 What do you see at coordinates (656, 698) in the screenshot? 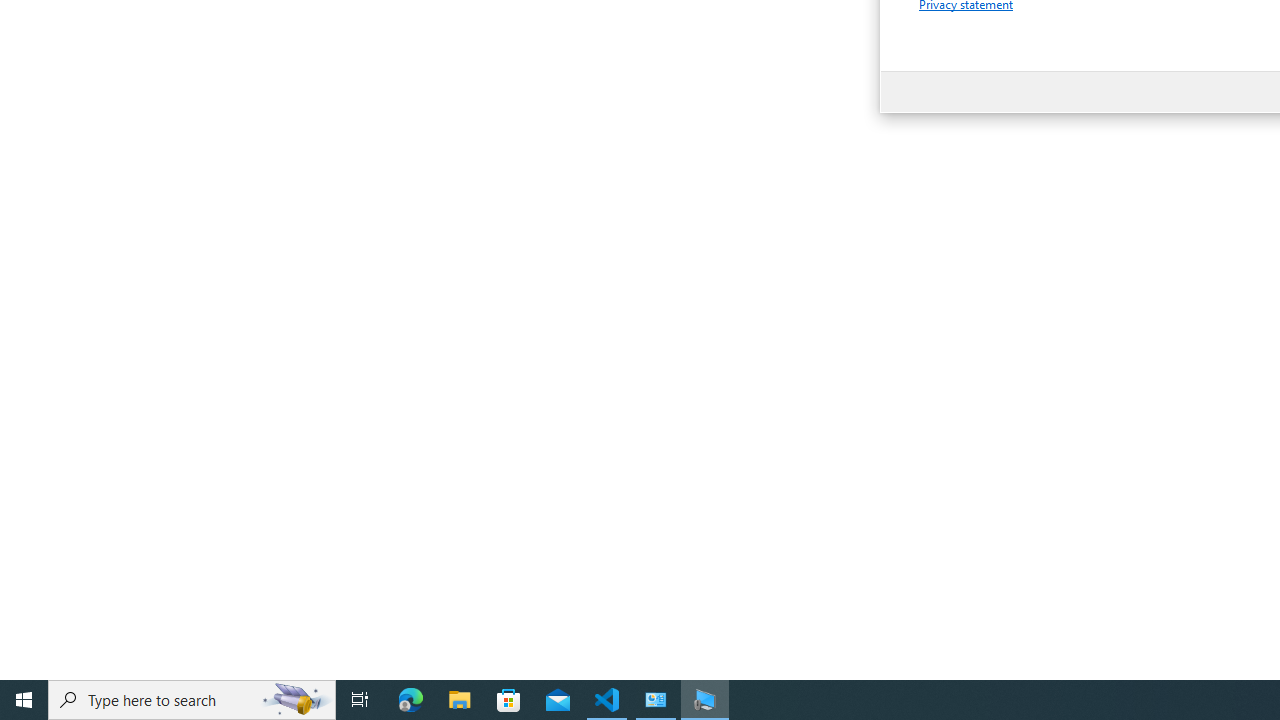
I see `'Control Panel - 1 running window'` at bounding box center [656, 698].